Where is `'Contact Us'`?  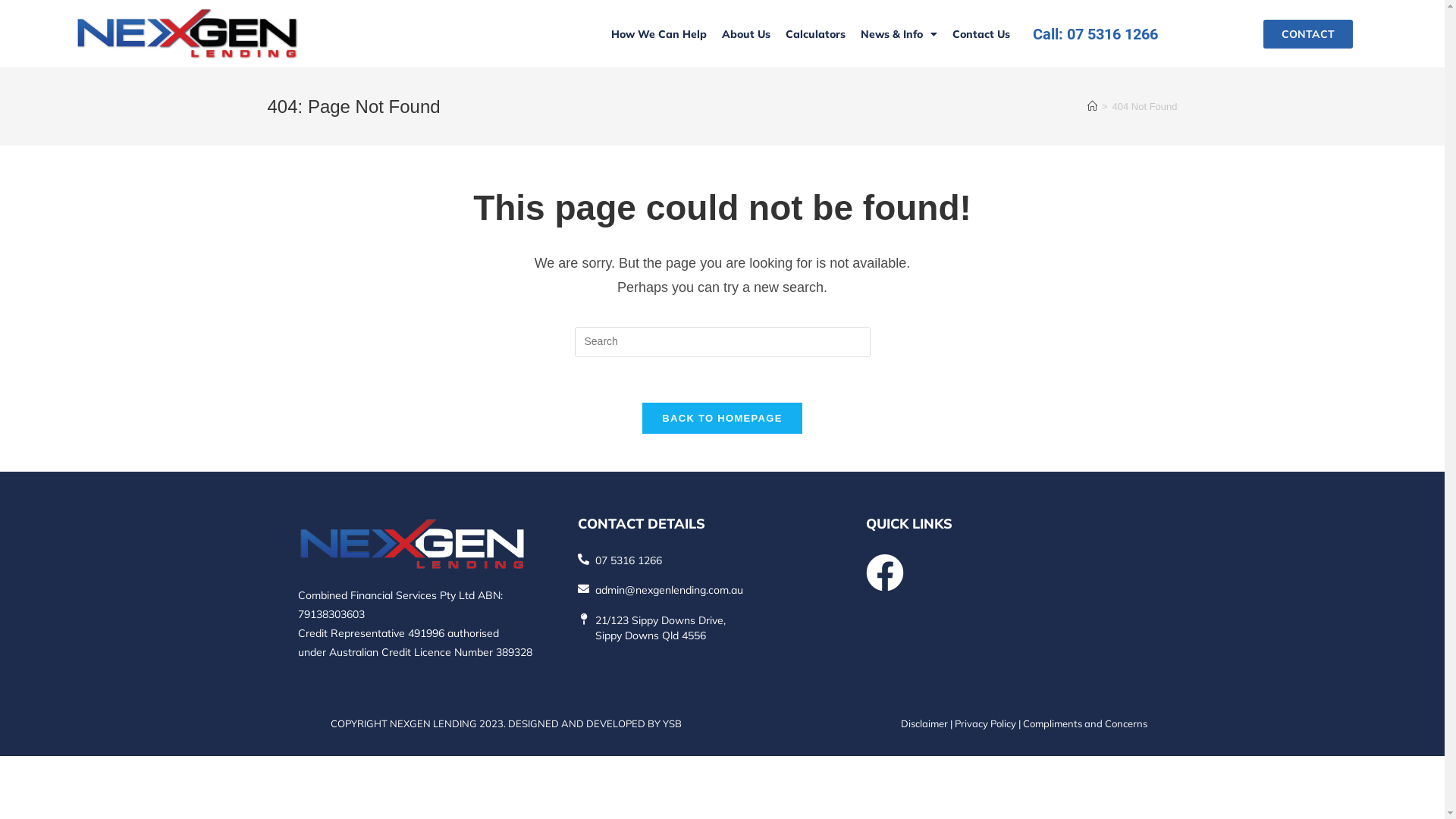 'Contact Us' is located at coordinates (981, 34).